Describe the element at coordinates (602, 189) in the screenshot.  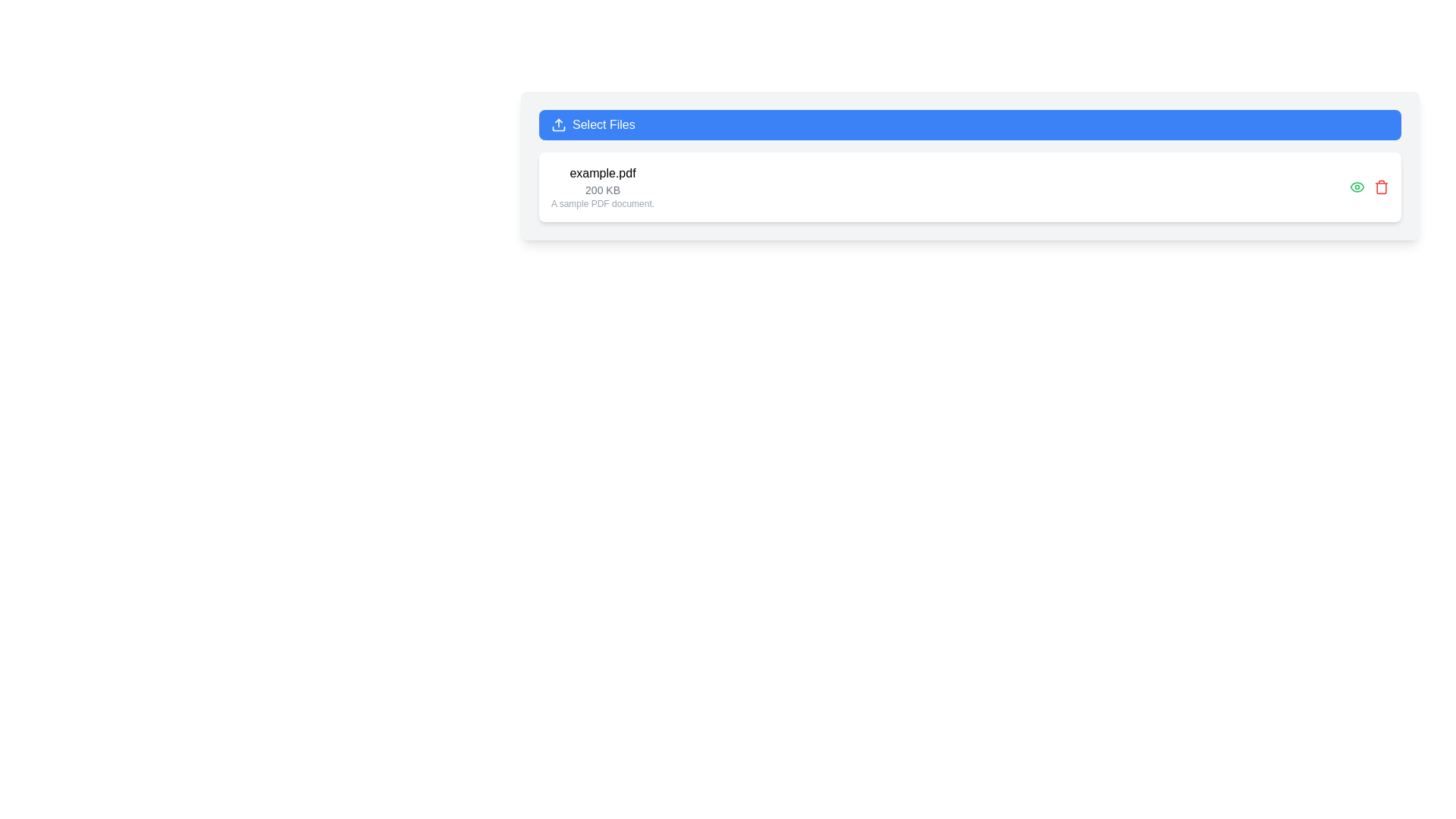
I see `text content of the Text Label that indicates the size of the file, located below 'example.pdf' and above the file description` at that location.